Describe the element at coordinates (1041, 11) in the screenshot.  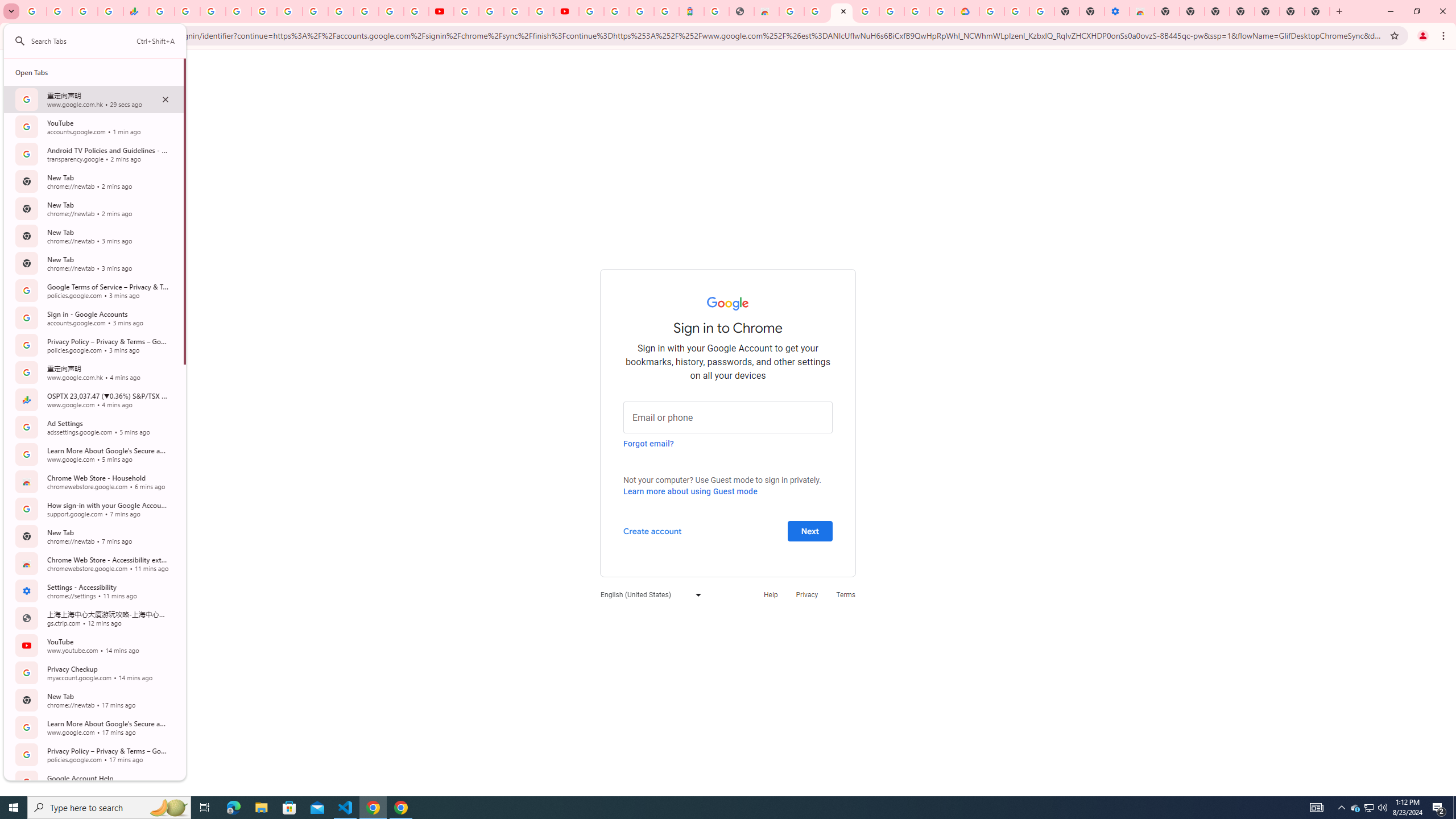
I see `'Turn cookies on or off - Computer - Google Account Help'` at that location.